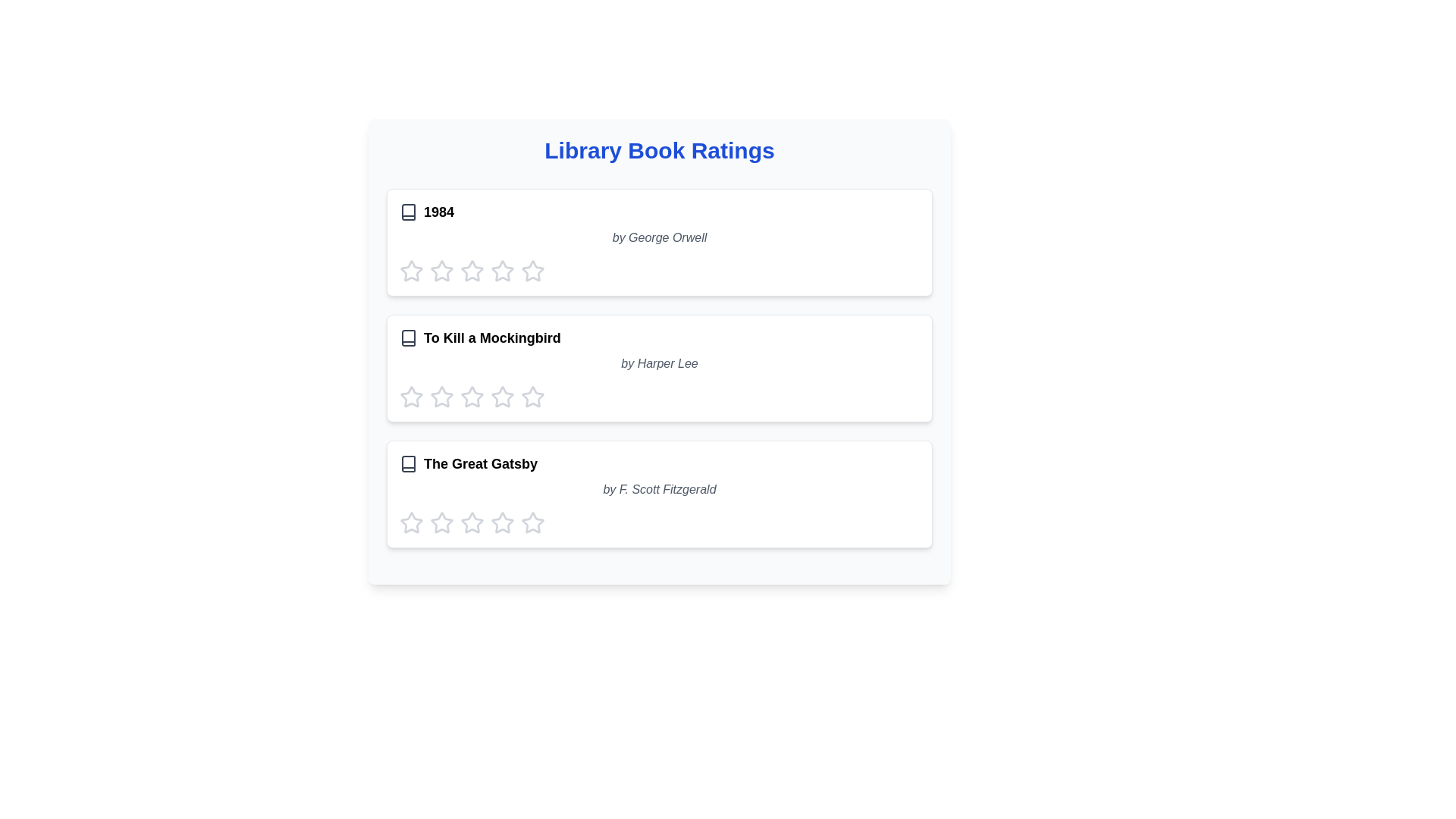 This screenshot has height=819, width=1456. What do you see at coordinates (502, 522) in the screenshot?
I see `the third star icon for rating the book 'The Great Gatsby'` at bounding box center [502, 522].